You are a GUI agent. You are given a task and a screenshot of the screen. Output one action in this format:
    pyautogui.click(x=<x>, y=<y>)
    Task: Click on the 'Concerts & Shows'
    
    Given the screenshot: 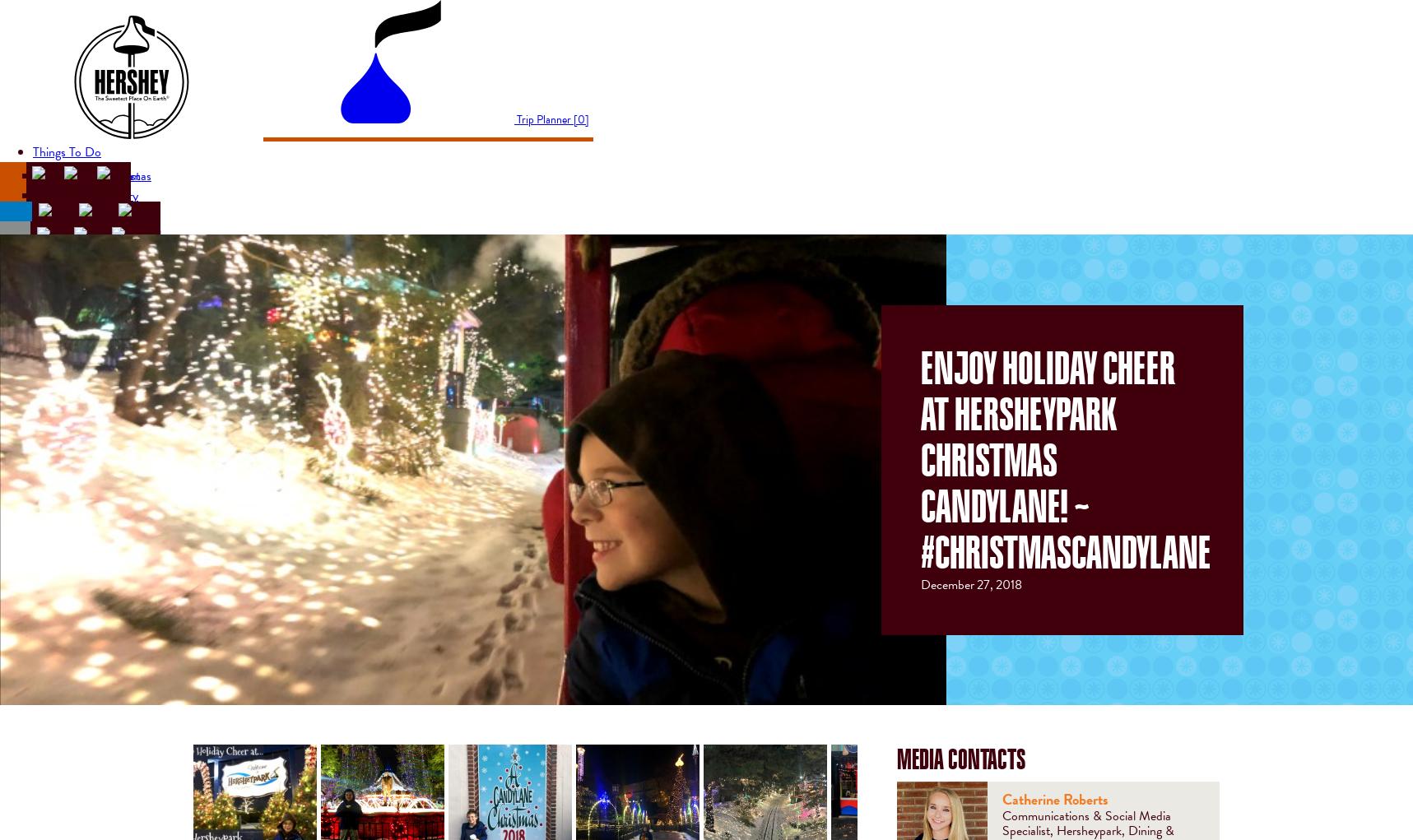 What is the action you would take?
    pyautogui.click(x=99, y=253)
    